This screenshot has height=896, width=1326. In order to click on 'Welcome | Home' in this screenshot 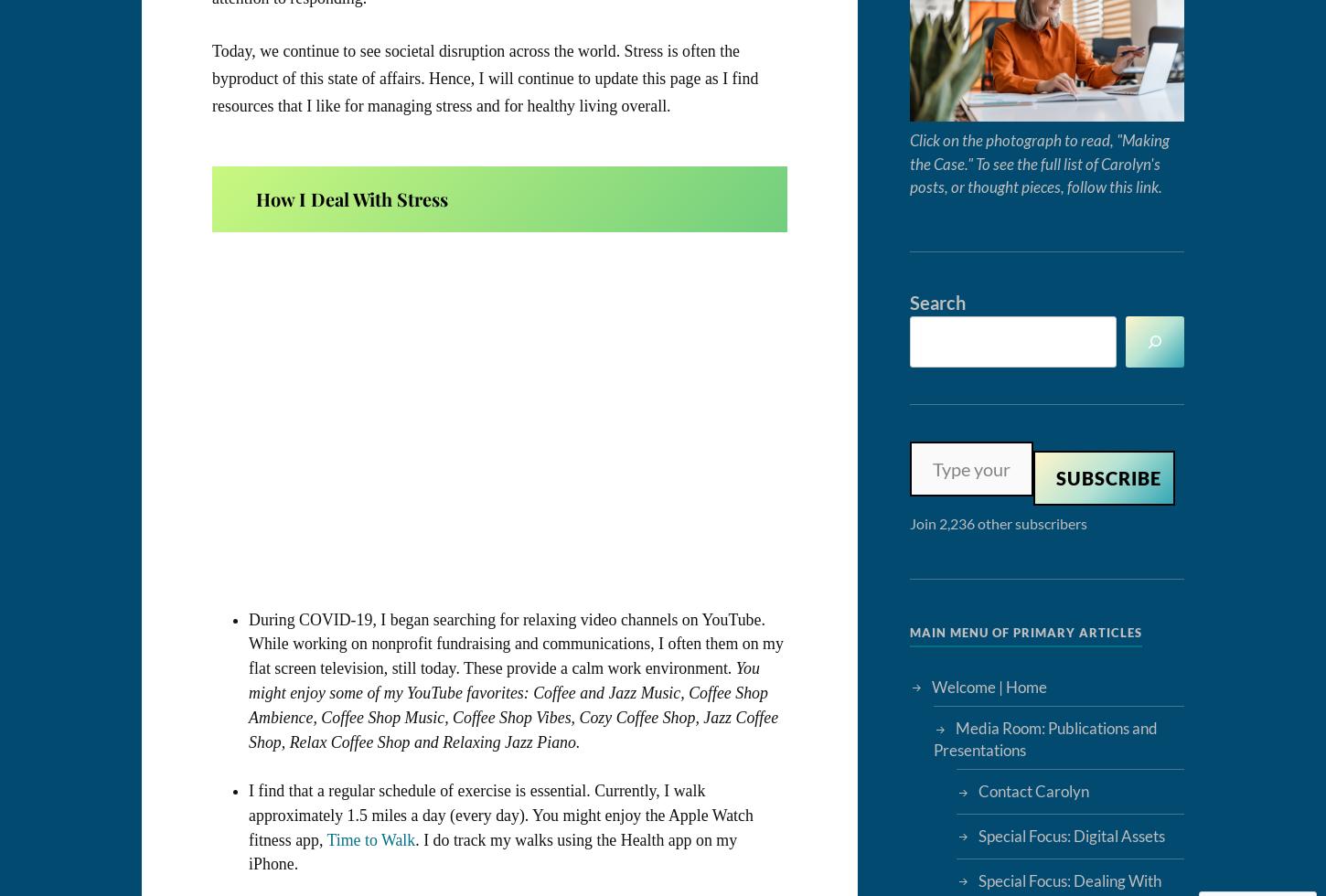, I will do `click(989, 686)`.